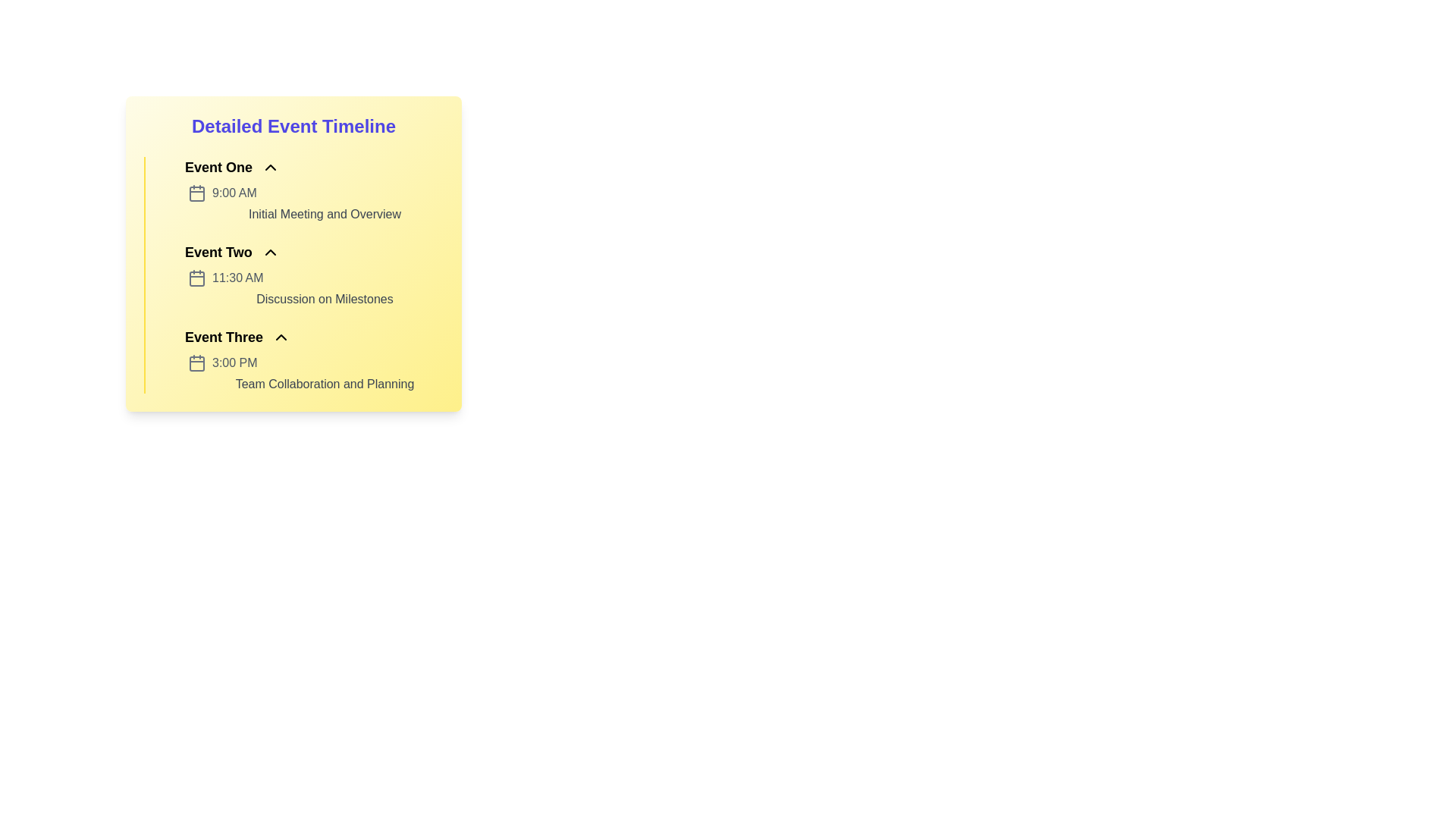  What do you see at coordinates (315, 203) in the screenshot?
I see `displayed text of the scheduled event labeled 'Initial Meeting and Overview' at '9:00 AM' within the timeline interface under 'Event One'` at bounding box center [315, 203].